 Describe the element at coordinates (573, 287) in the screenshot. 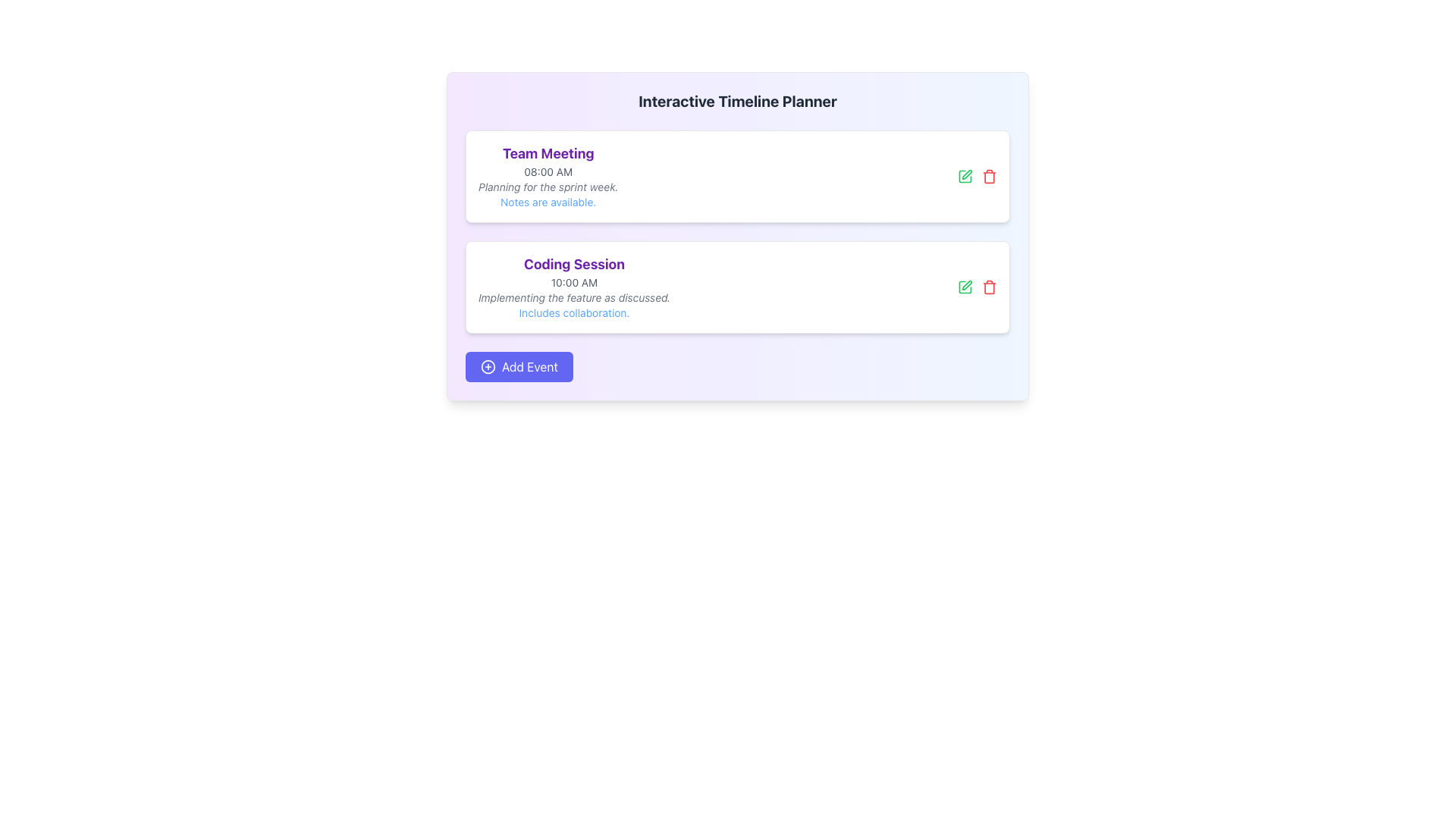

I see `text content of the event block titled 'Coding Session' located on the right panel of the timeline planner interface, which includes the time '10:00 AM', a description, and a link` at that location.